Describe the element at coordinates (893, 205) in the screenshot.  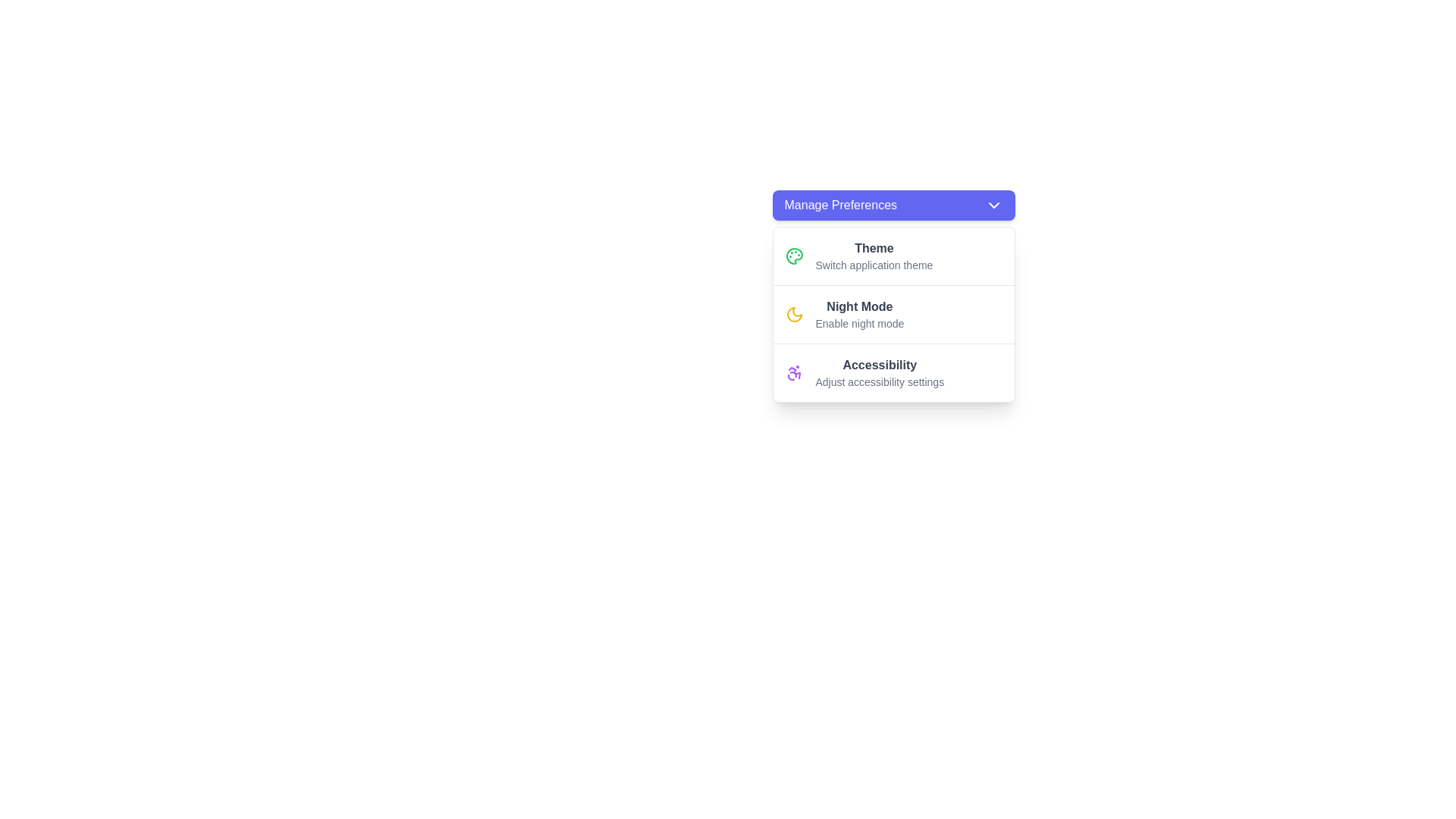
I see `the 'Manage Preferences' button with a vibrant purple background and white text` at that location.